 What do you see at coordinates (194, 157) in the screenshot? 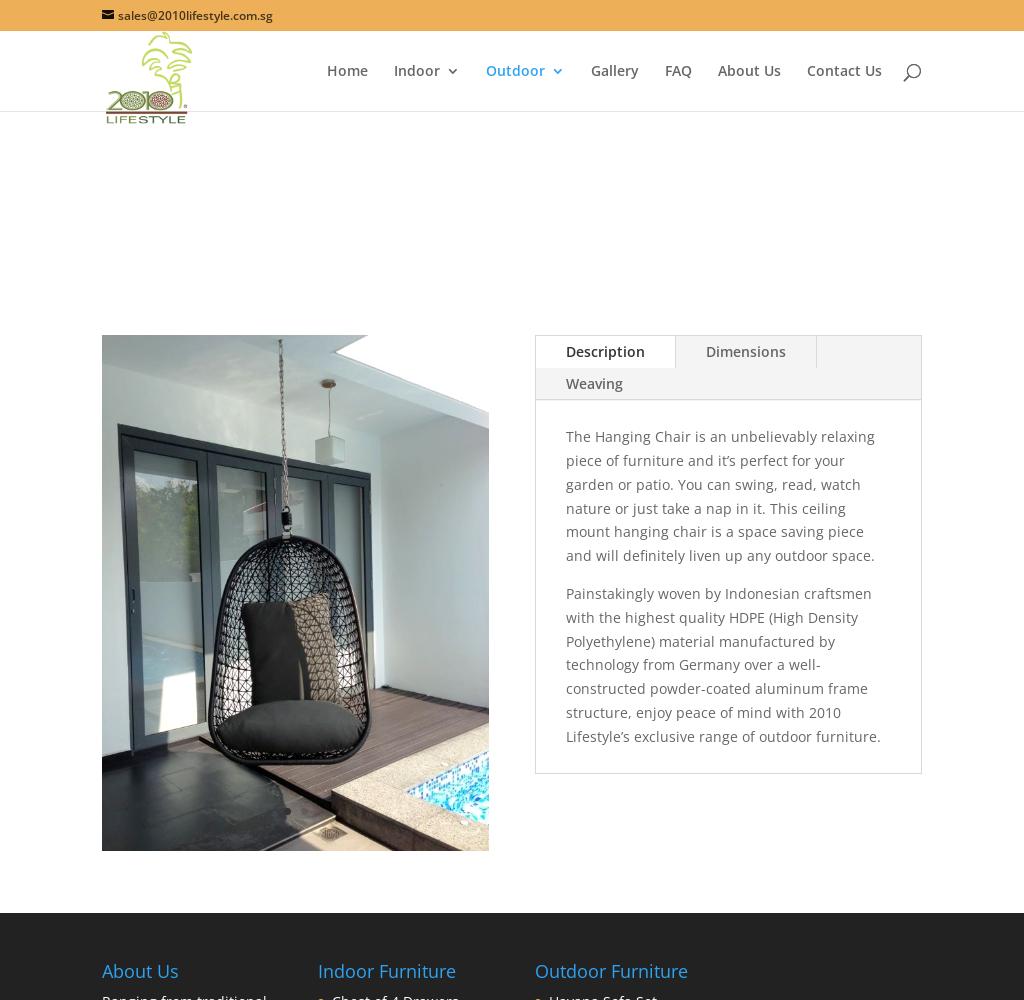
I see `'Patio Furniture'` at bounding box center [194, 157].